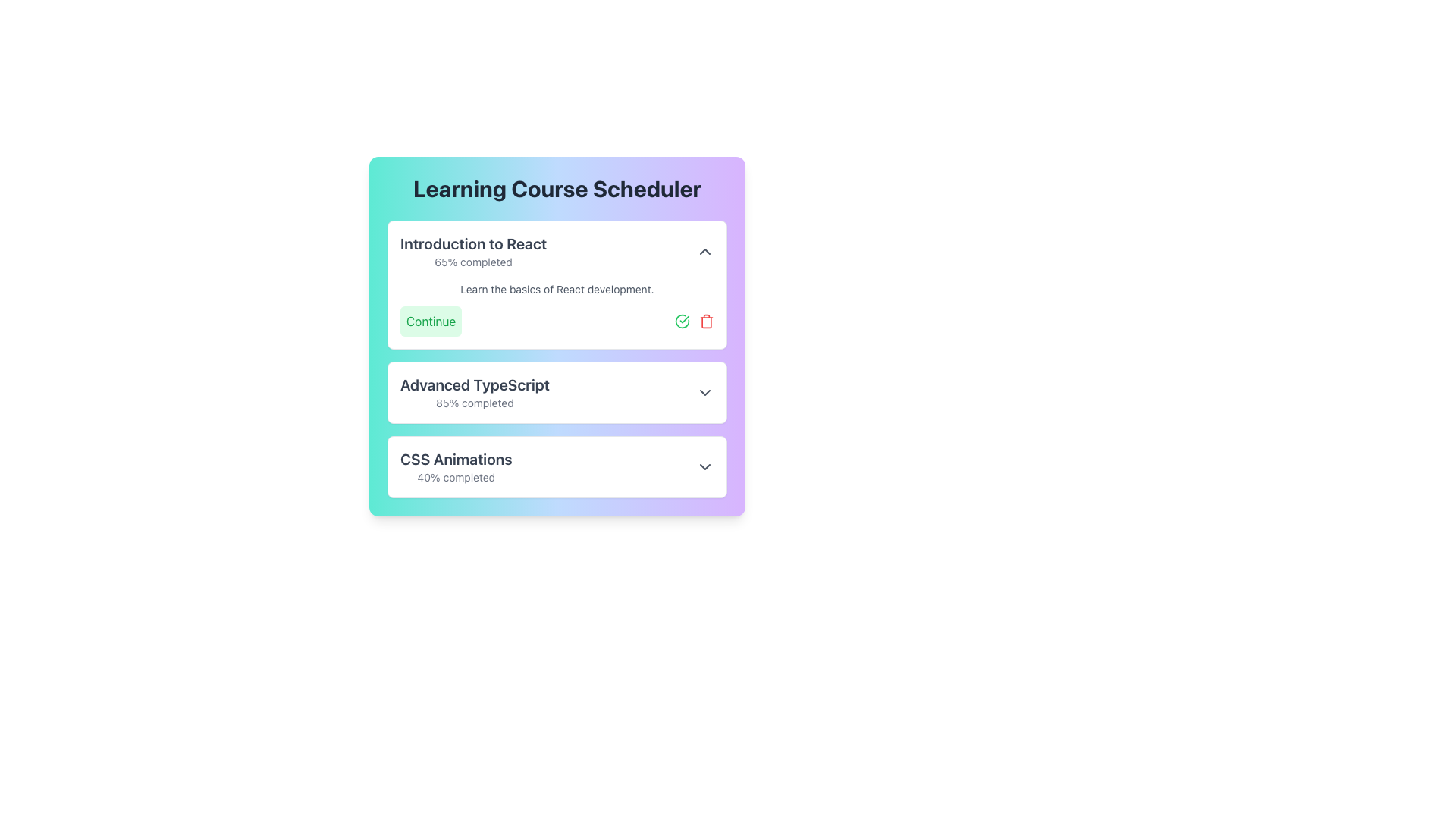 This screenshot has height=819, width=1456. I want to click on the Chevron Icon (Dropdown Toggle) located on the far right side of the 'Advanced TypeScript 85% completed' row, so click(704, 391).